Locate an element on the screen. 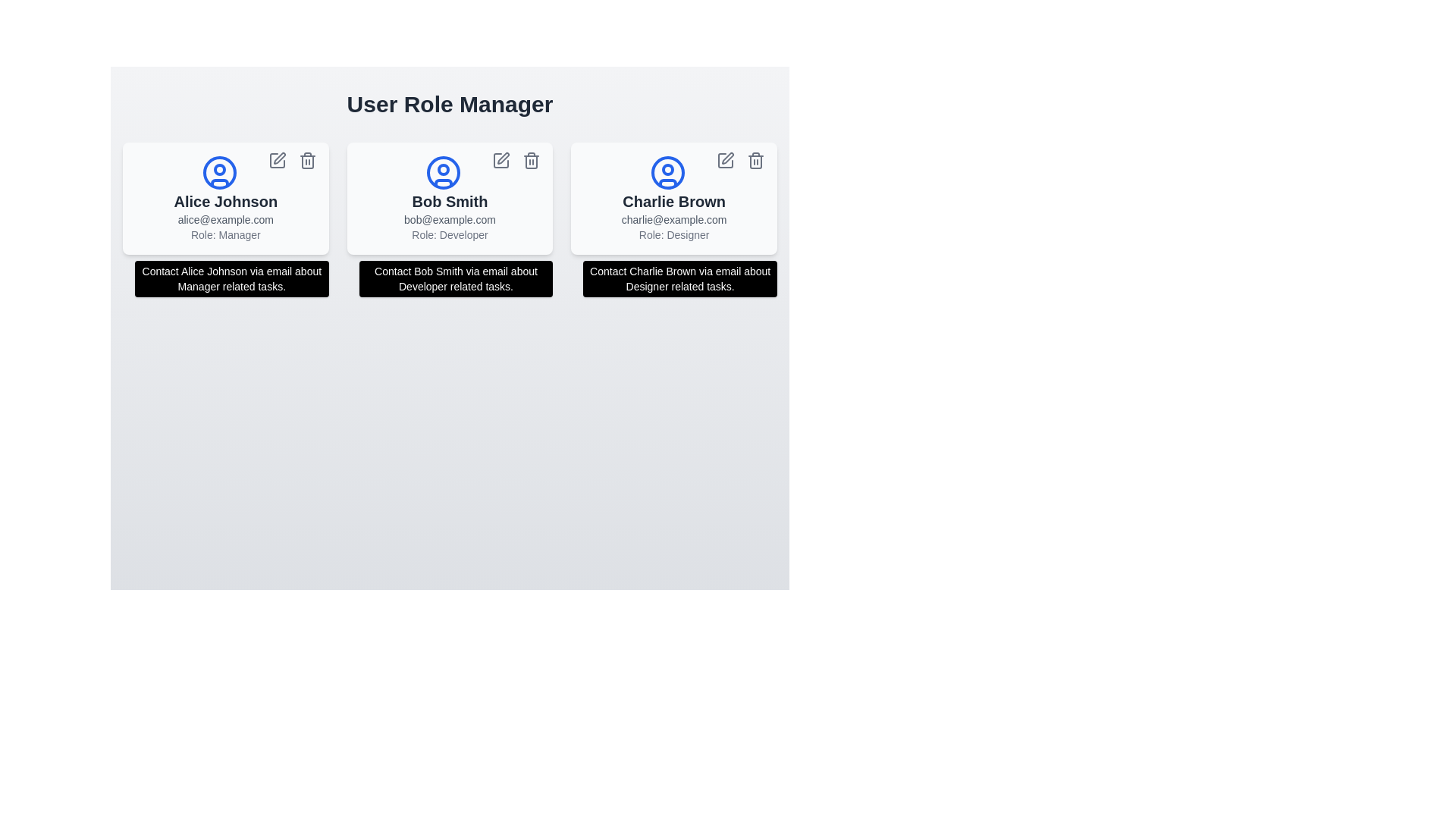 The width and height of the screenshot is (1456, 819). the pen icon in the top-right corner of Charlie Brown's user card to change its appearance is located at coordinates (724, 161).